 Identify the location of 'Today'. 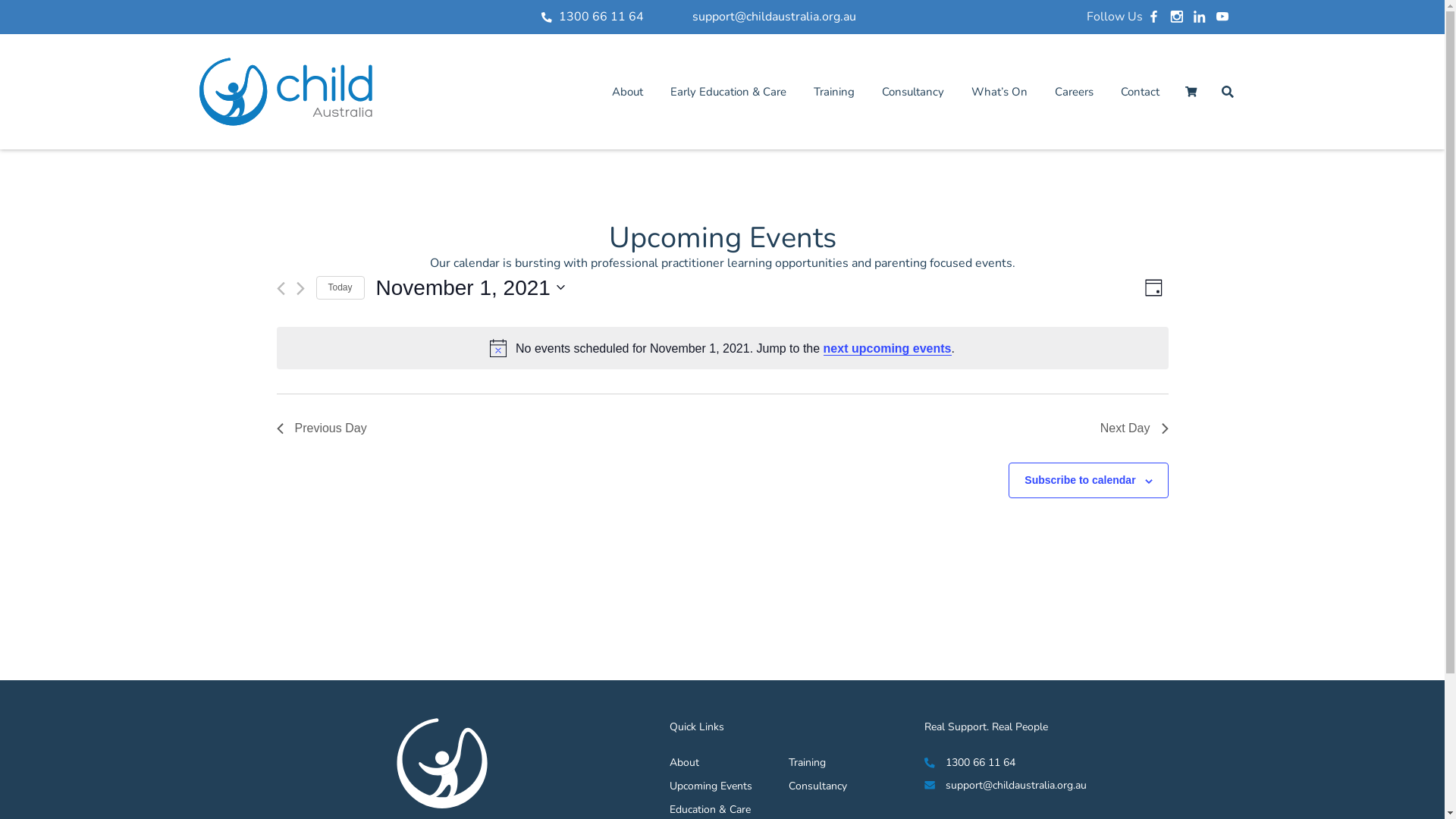
(338, 287).